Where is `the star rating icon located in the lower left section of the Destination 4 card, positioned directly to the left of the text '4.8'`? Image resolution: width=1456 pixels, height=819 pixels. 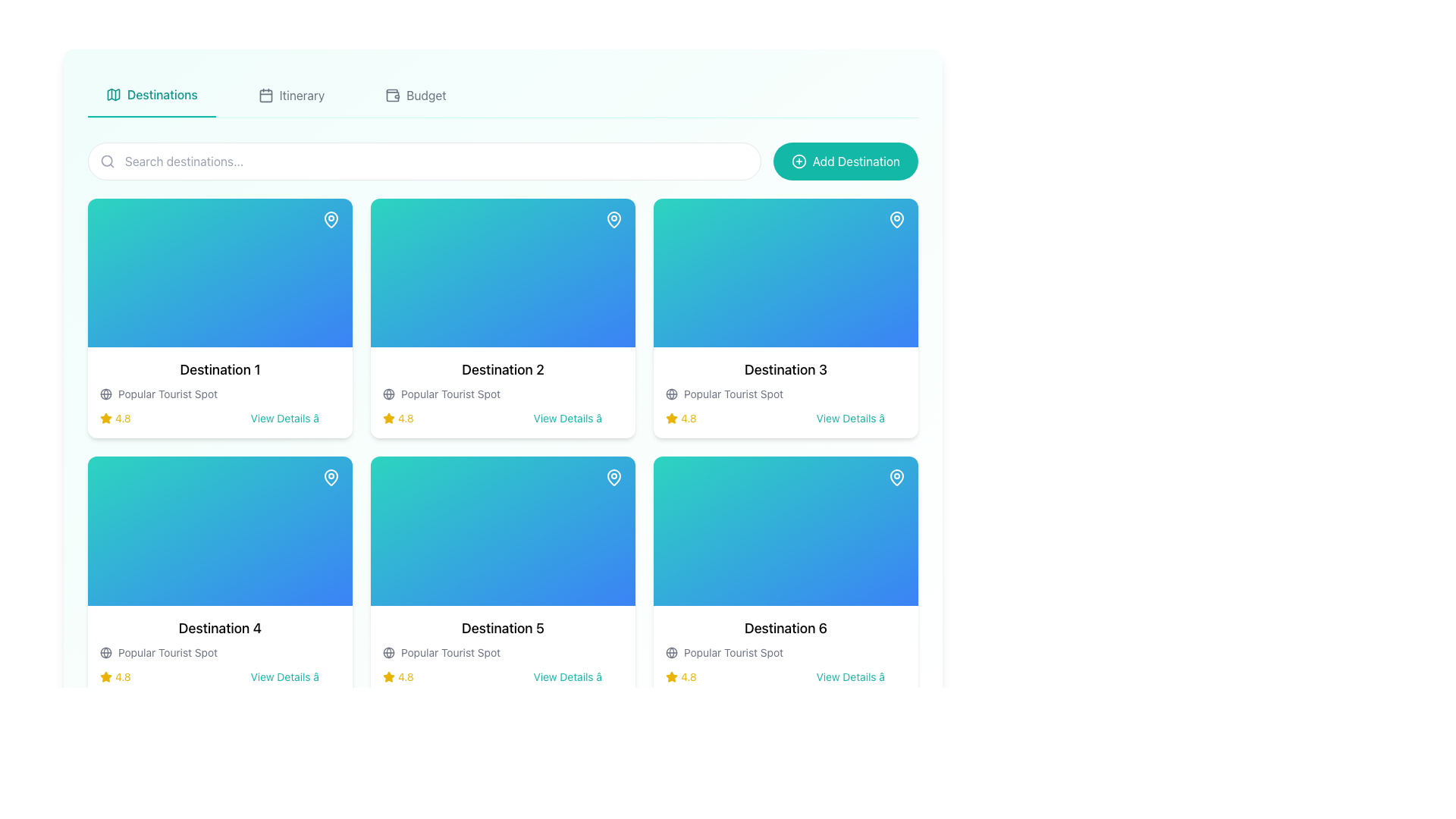 the star rating icon located in the lower left section of the Destination 4 card, positioned directly to the left of the text '4.8' is located at coordinates (105, 675).